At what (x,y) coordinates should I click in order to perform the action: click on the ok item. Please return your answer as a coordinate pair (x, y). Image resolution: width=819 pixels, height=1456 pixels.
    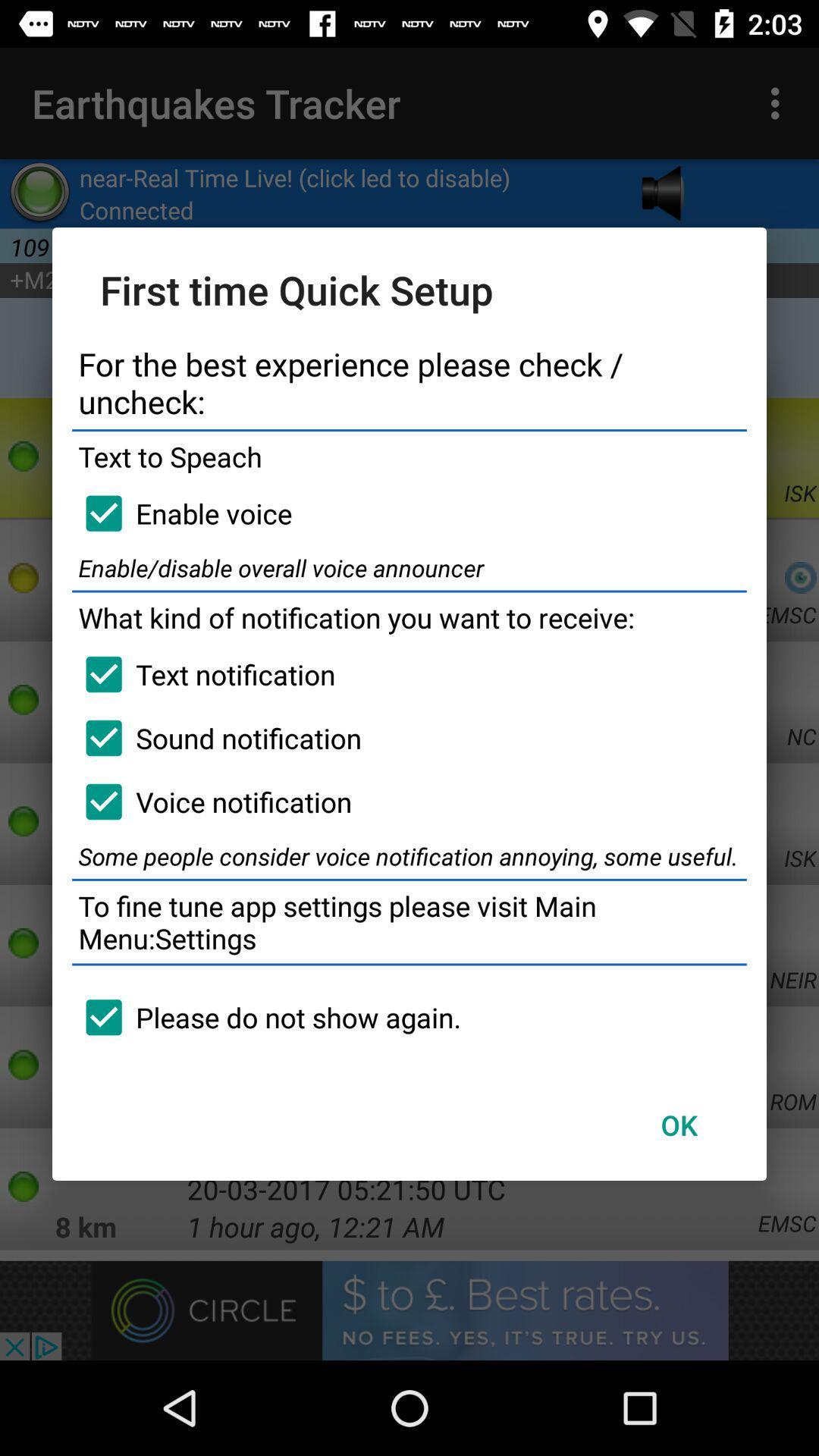
    Looking at the image, I should click on (678, 1125).